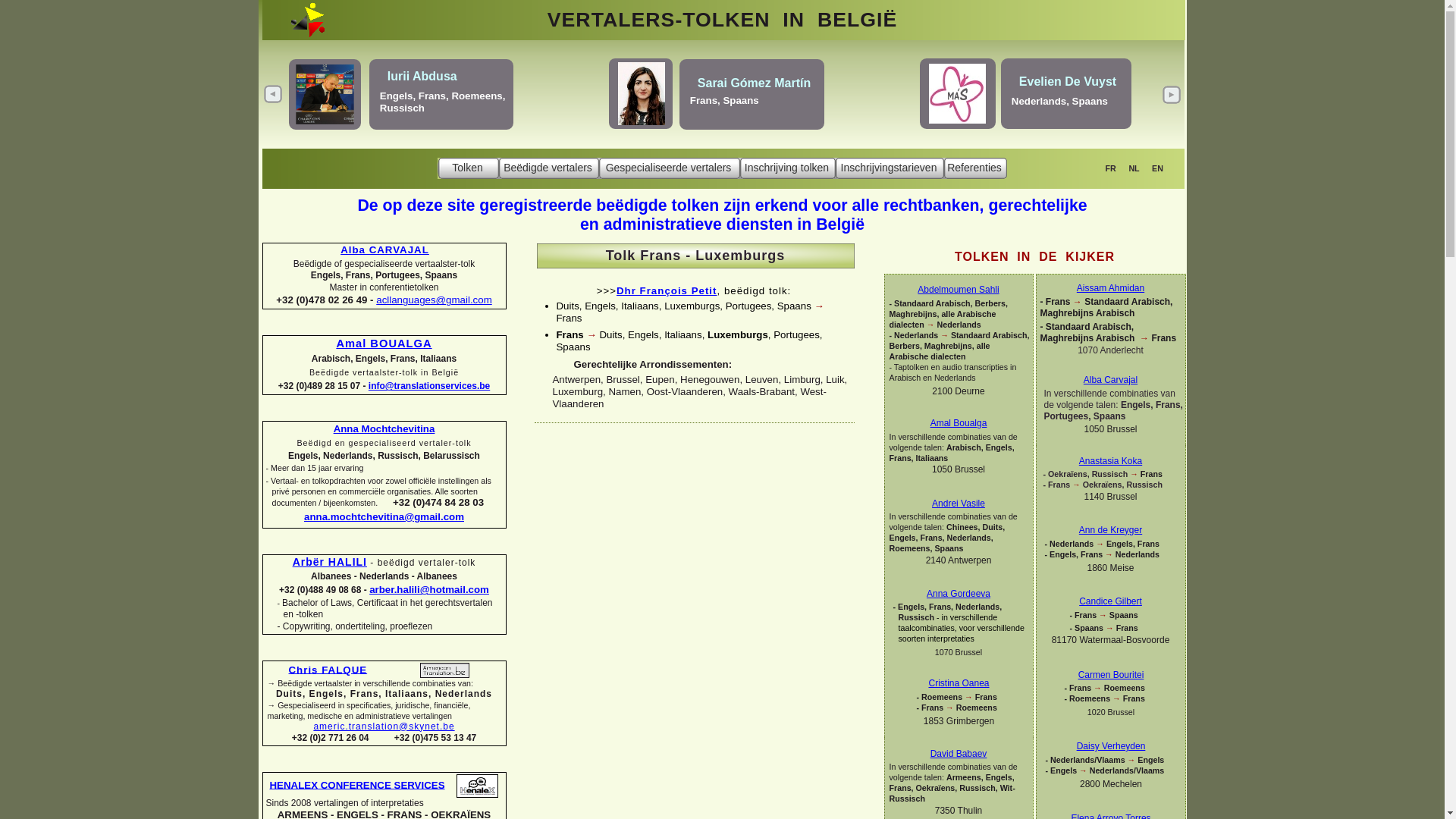 This screenshot has width=1456, height=819. Describe the element at coordinates (1111, 745) in the screenshot. I see `'Daisy Verheyden'` at that location.